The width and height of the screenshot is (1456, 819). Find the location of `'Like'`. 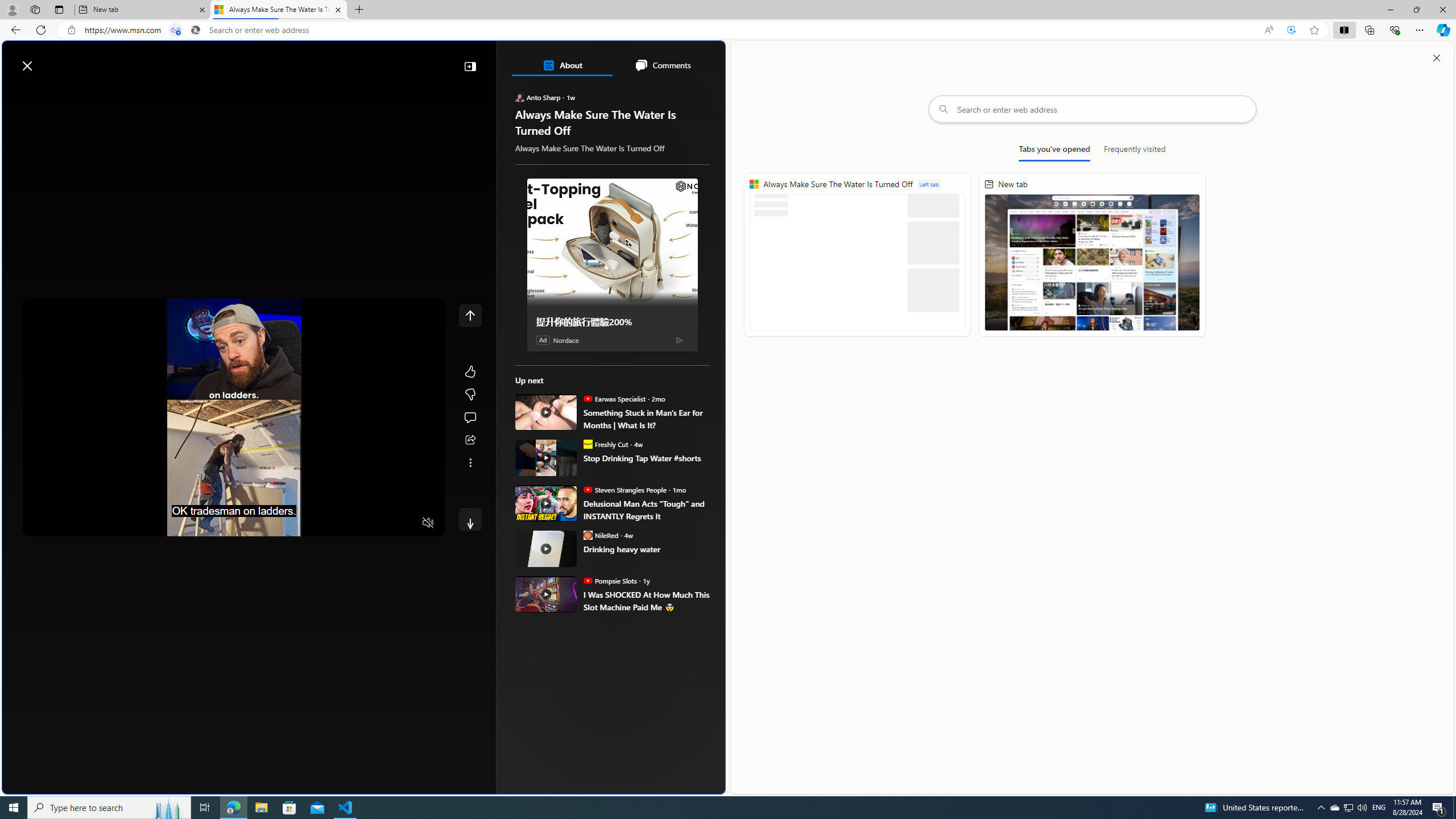

'Like' is located at coordinates (470, 371).